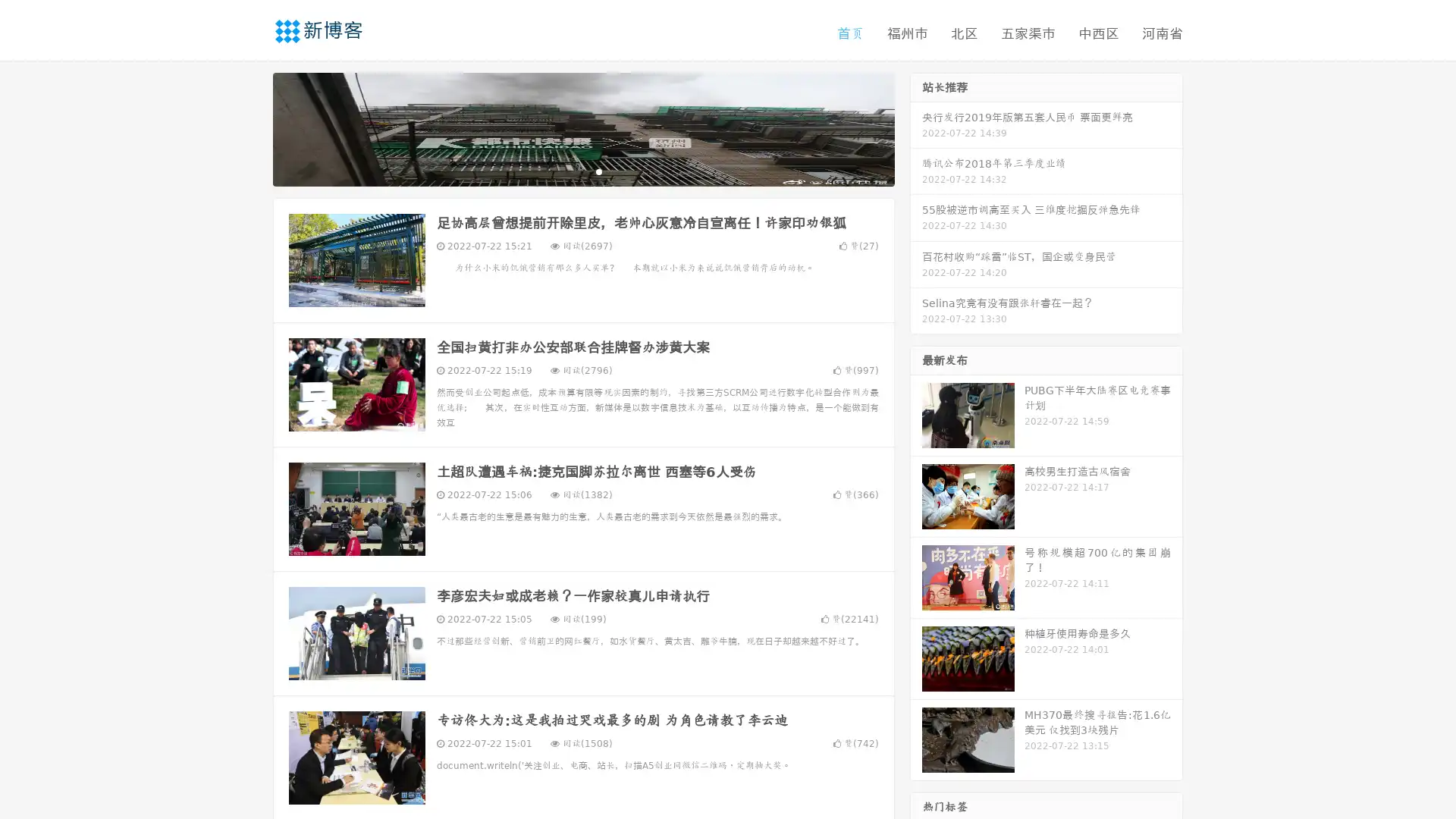  Describe the element at coordinates (567, 171) in the screenshot. I see `Go to slide 1` at that location.